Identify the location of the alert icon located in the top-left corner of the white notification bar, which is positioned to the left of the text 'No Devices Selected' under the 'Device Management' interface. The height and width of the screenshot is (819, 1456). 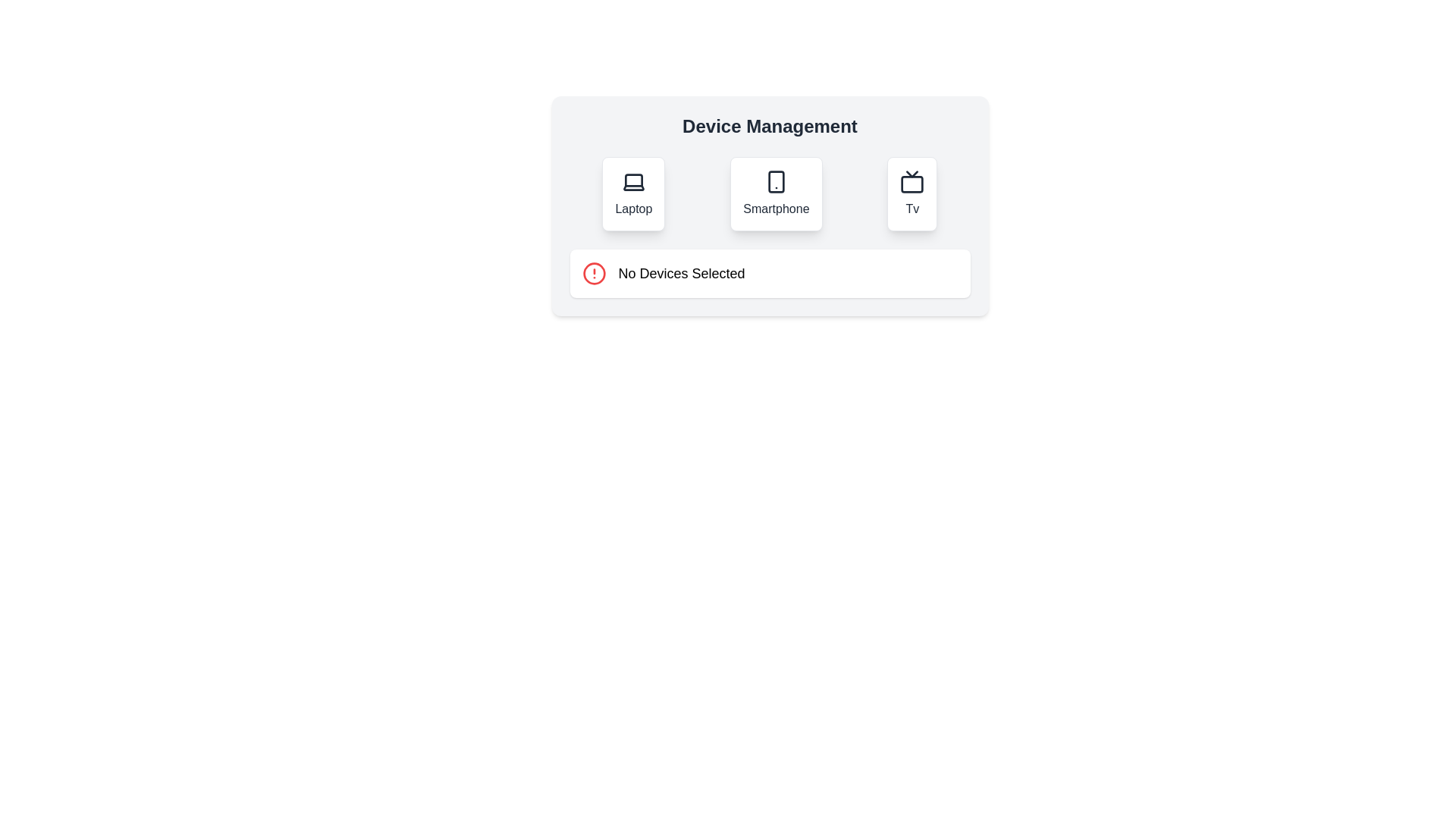
(593, 274).